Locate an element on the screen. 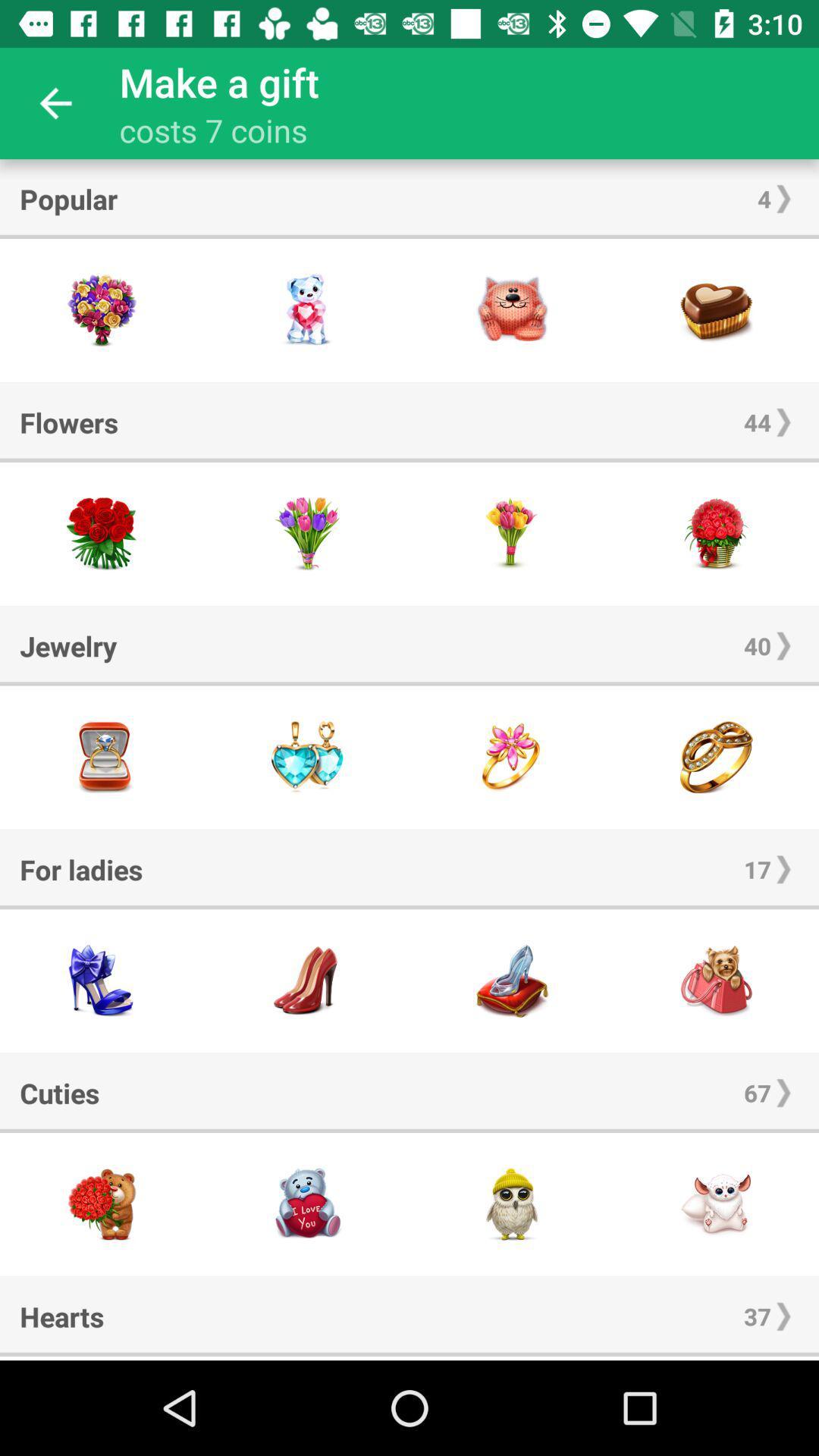 Image resolution: width=819 pixels, height=1456 pixels. share the article is located at coordinates (512, 981).